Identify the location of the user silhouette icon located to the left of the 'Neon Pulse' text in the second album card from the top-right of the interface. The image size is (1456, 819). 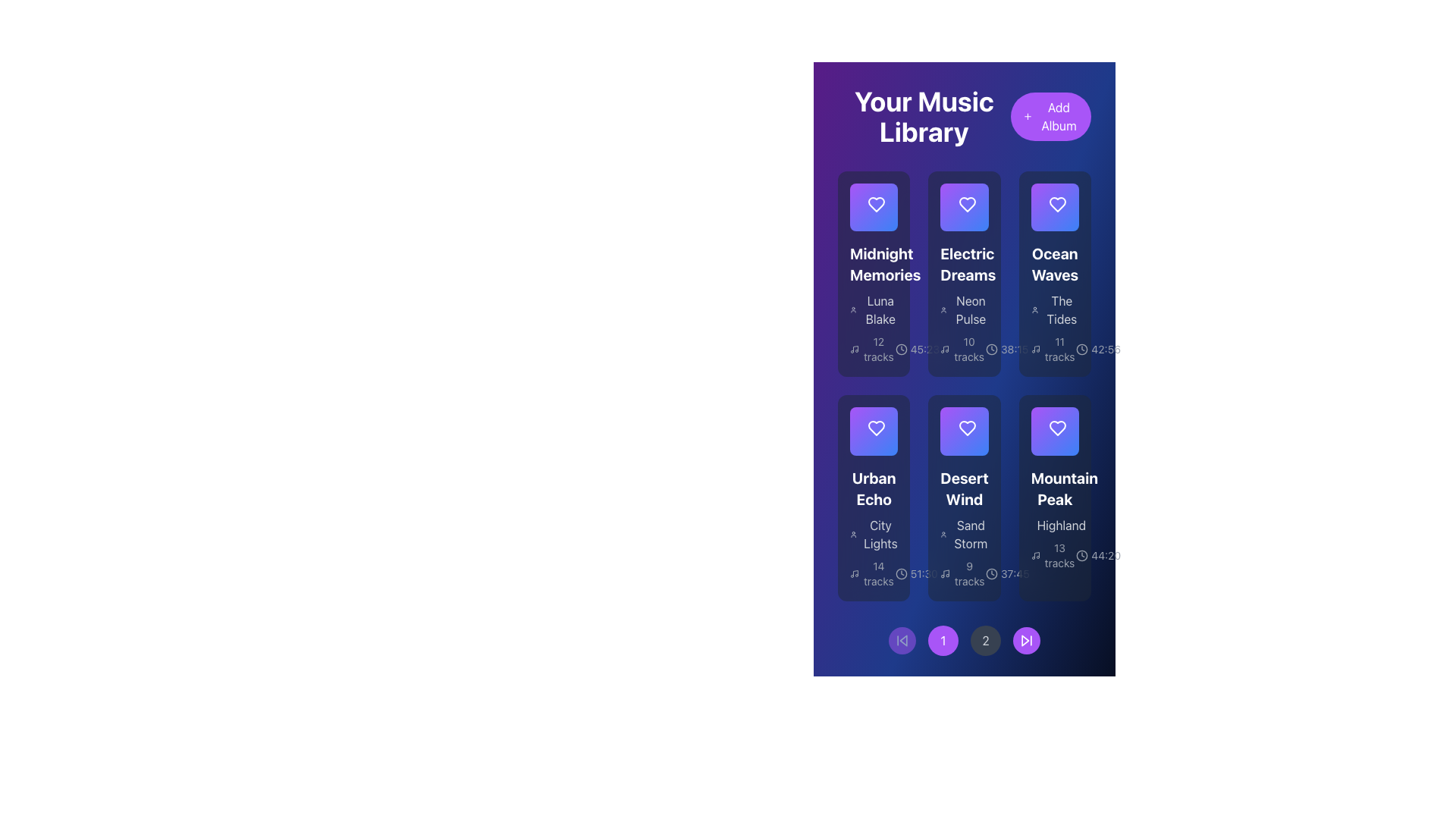
(943, 309).